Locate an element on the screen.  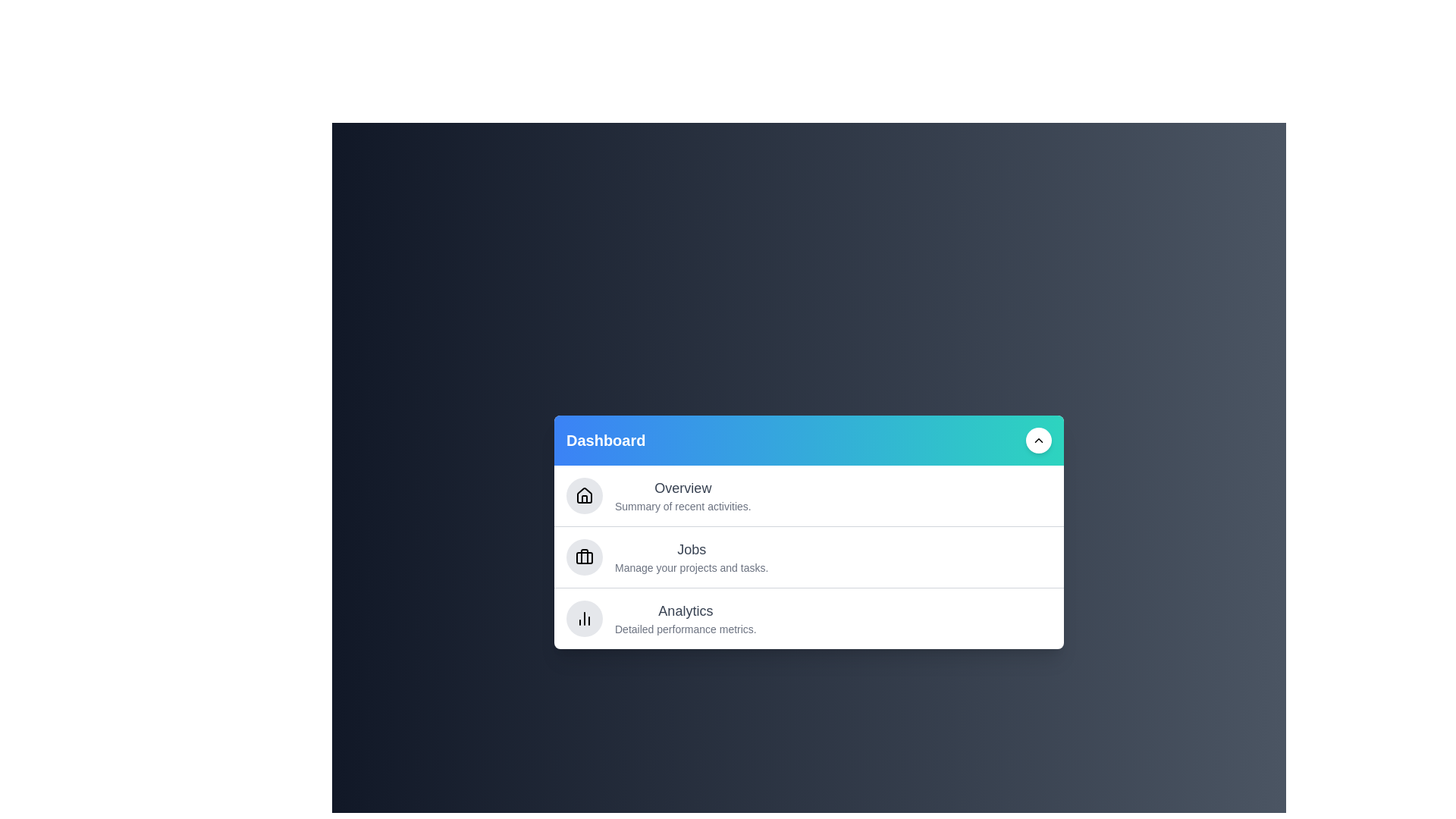
the section Jobs in the dashboard is located at coordinates (808, 557).